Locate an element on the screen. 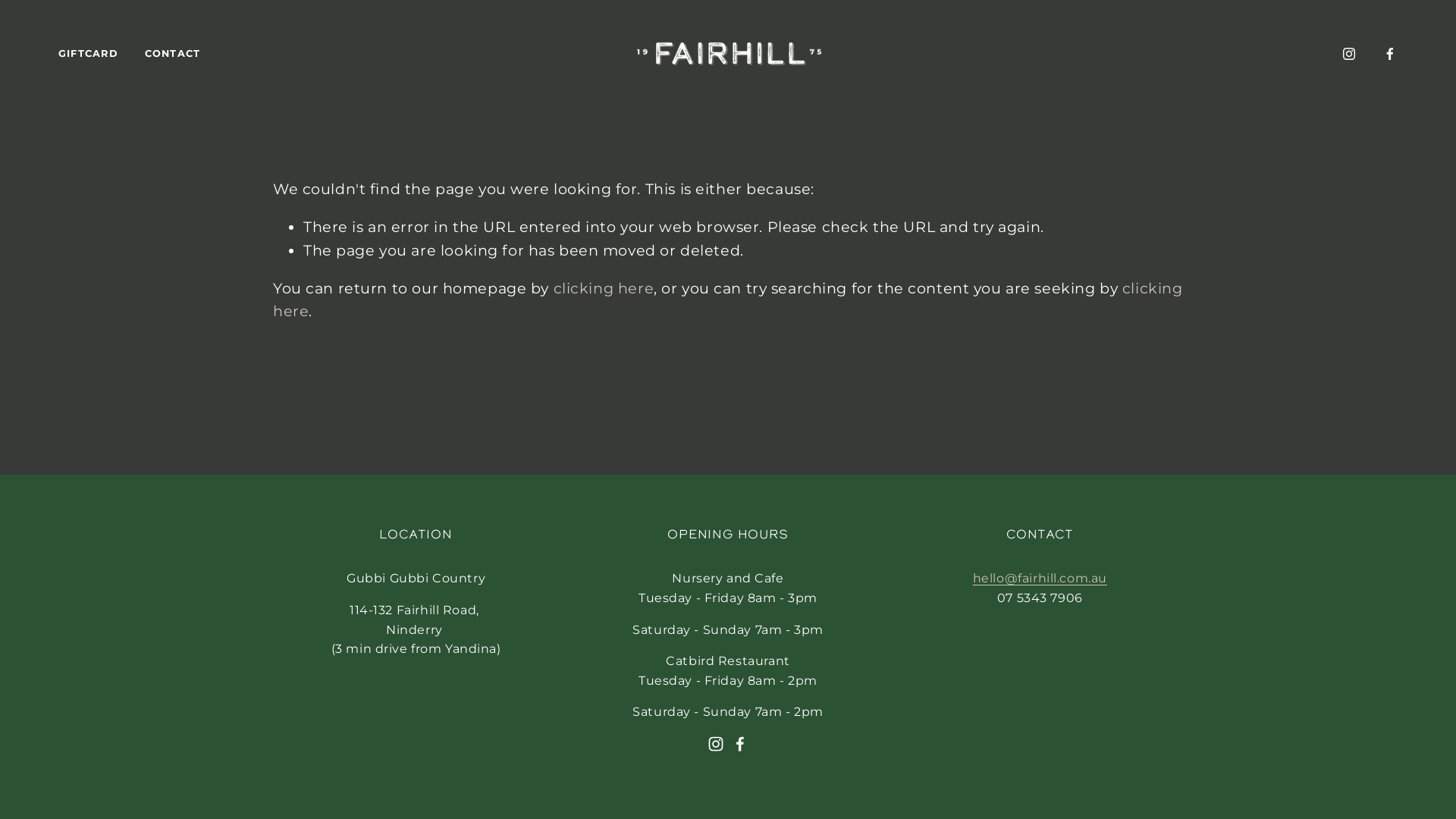  'CONTACT' is located at coordinates (145, 53).